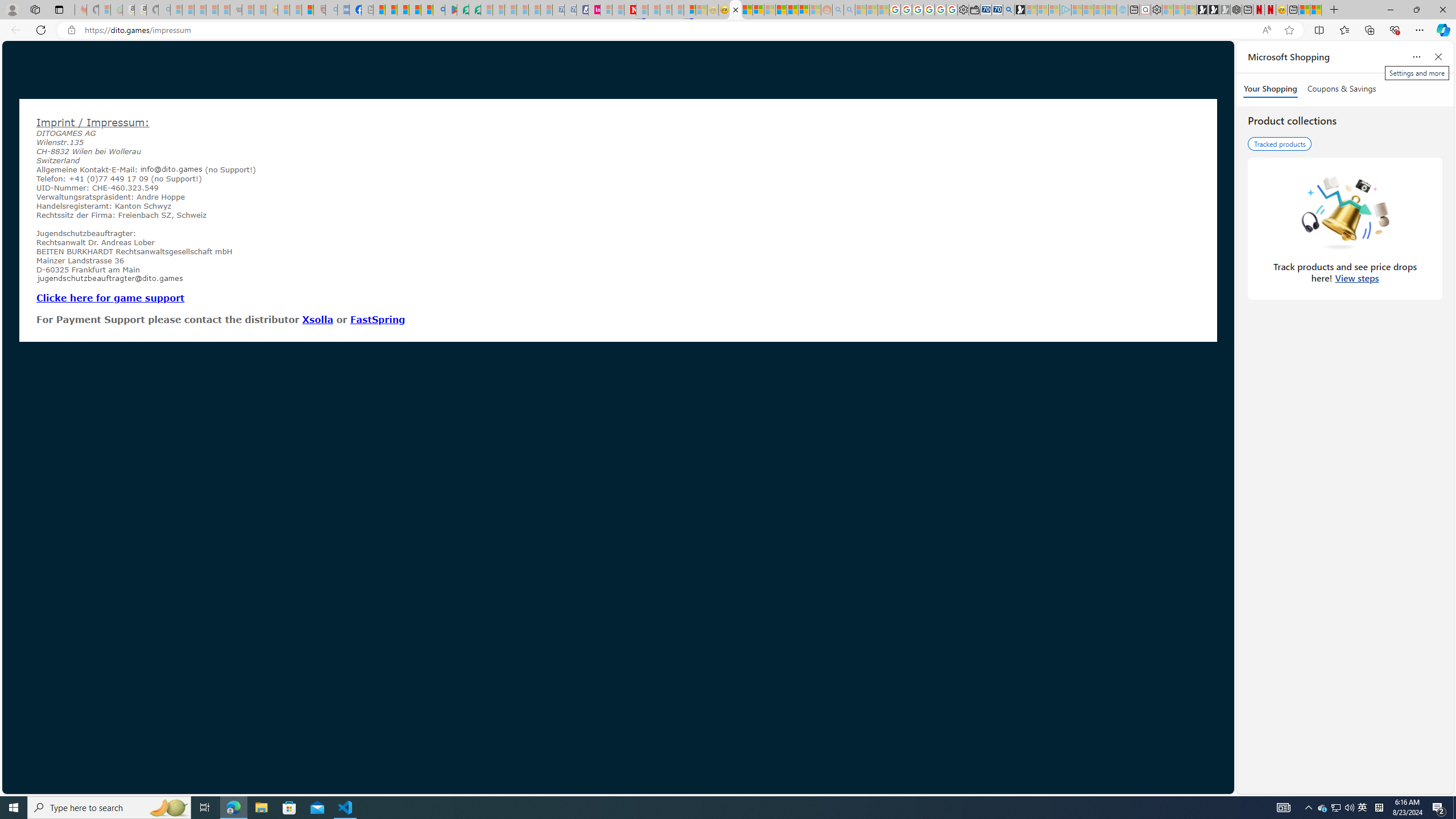 This screenshot has height=819, width=1456. I want to click on 'Wildlife - MSN', so click(1304, 9).